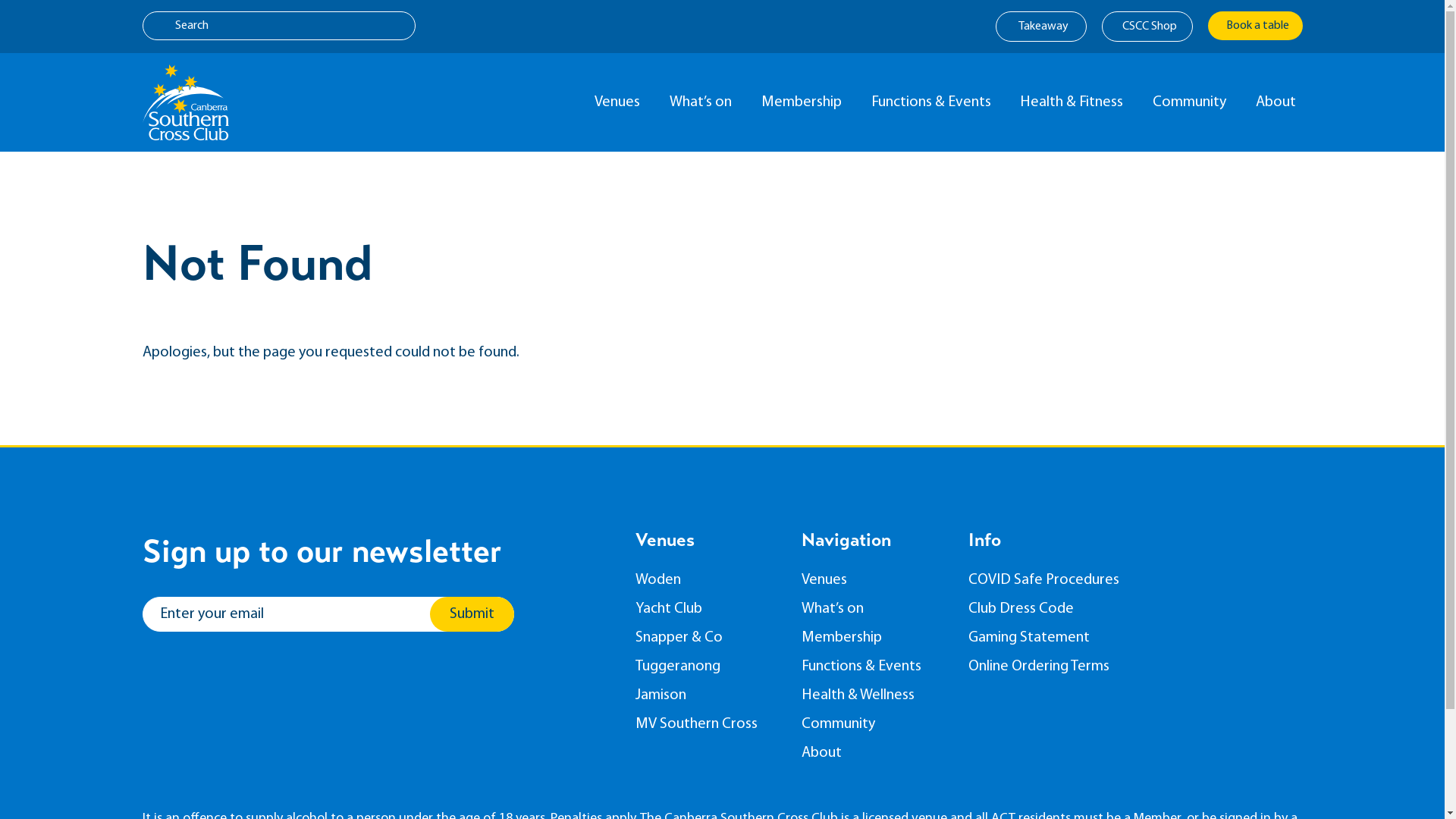  I want to click on 'Jamison', so click(706, 695).